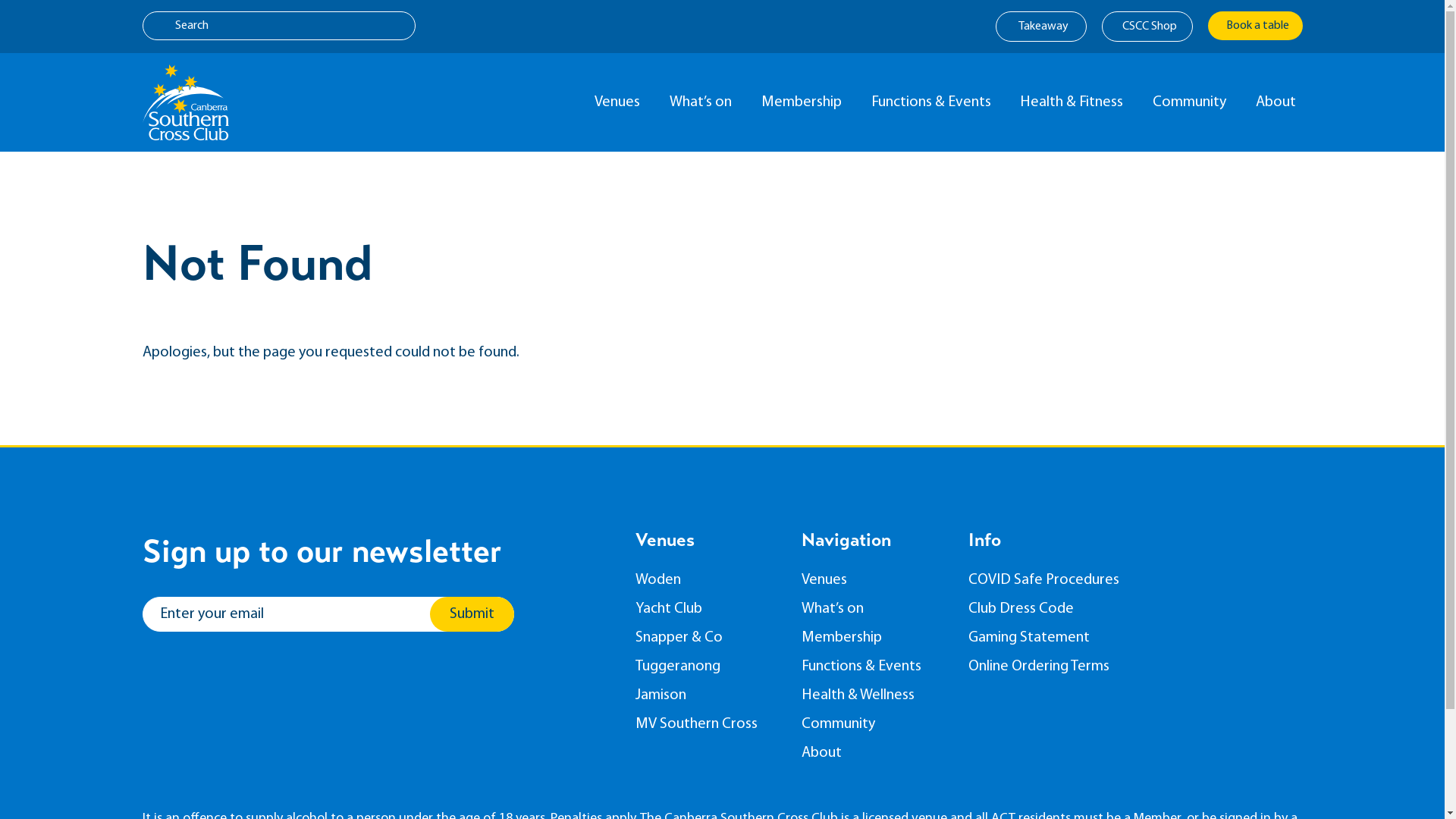  I want to click on 'Jamison', so click(706, 695).